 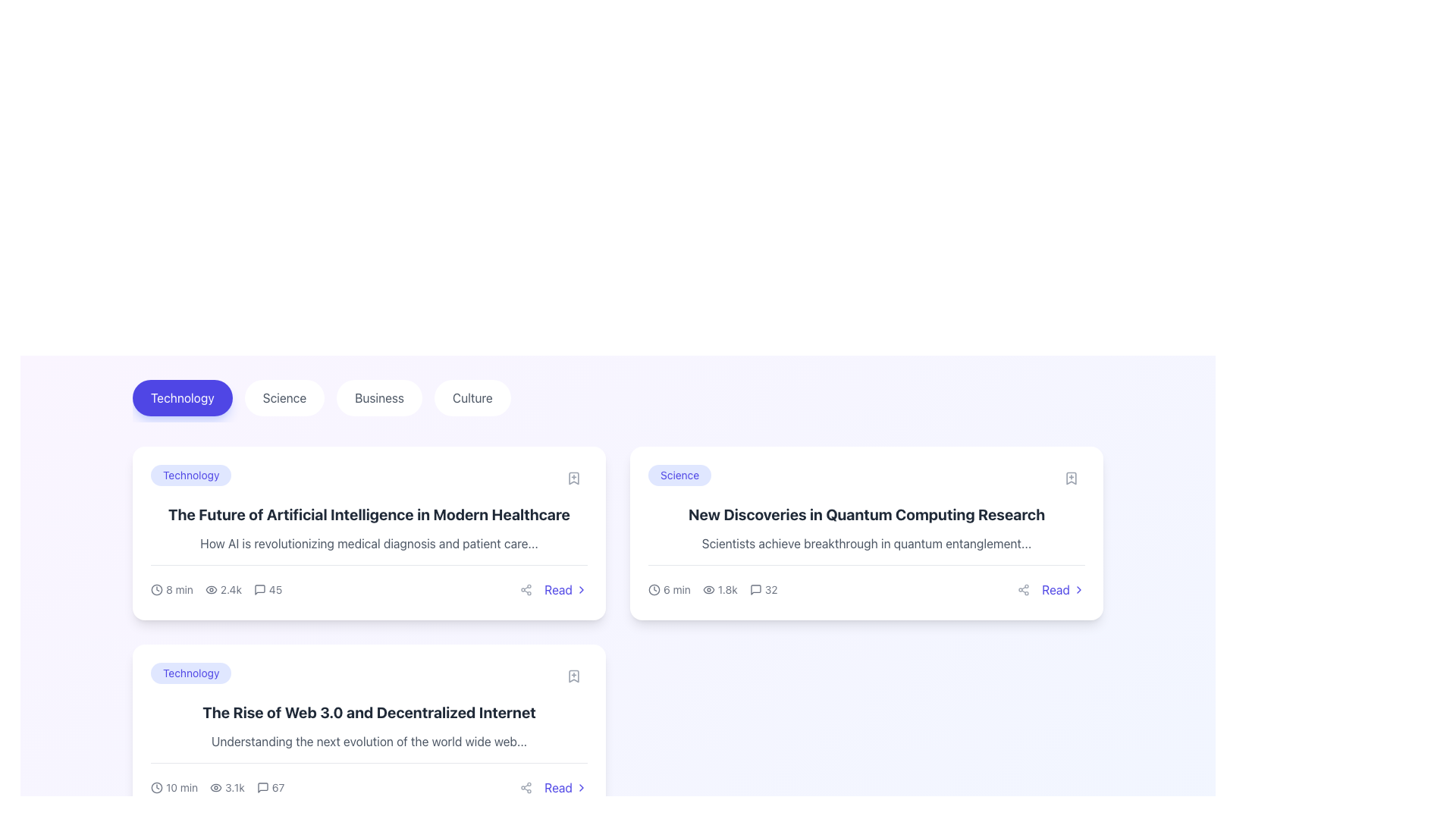 What do you see at coordinates (1070, 479) in the screenshot?
I see `the bookmark button located at the top-right corner of the 'Science' card to bookmark or unbookmark the associated content` at bounding box center [1070, 479].